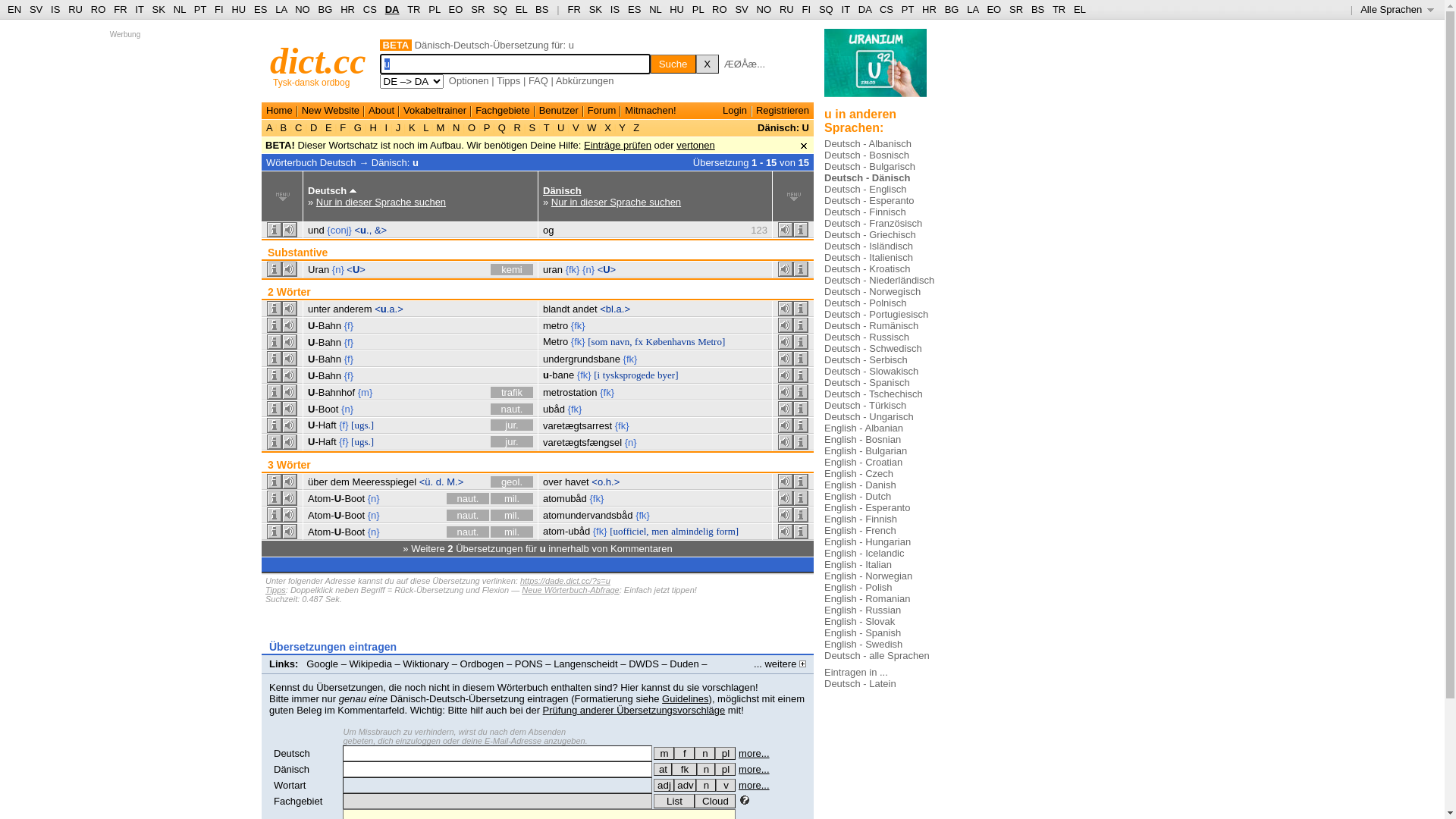 The height and width of the screenshot is (819, 1456). Describe the element at coordinates (697, 9) in the screenshot. I see `'PL'` at that location.